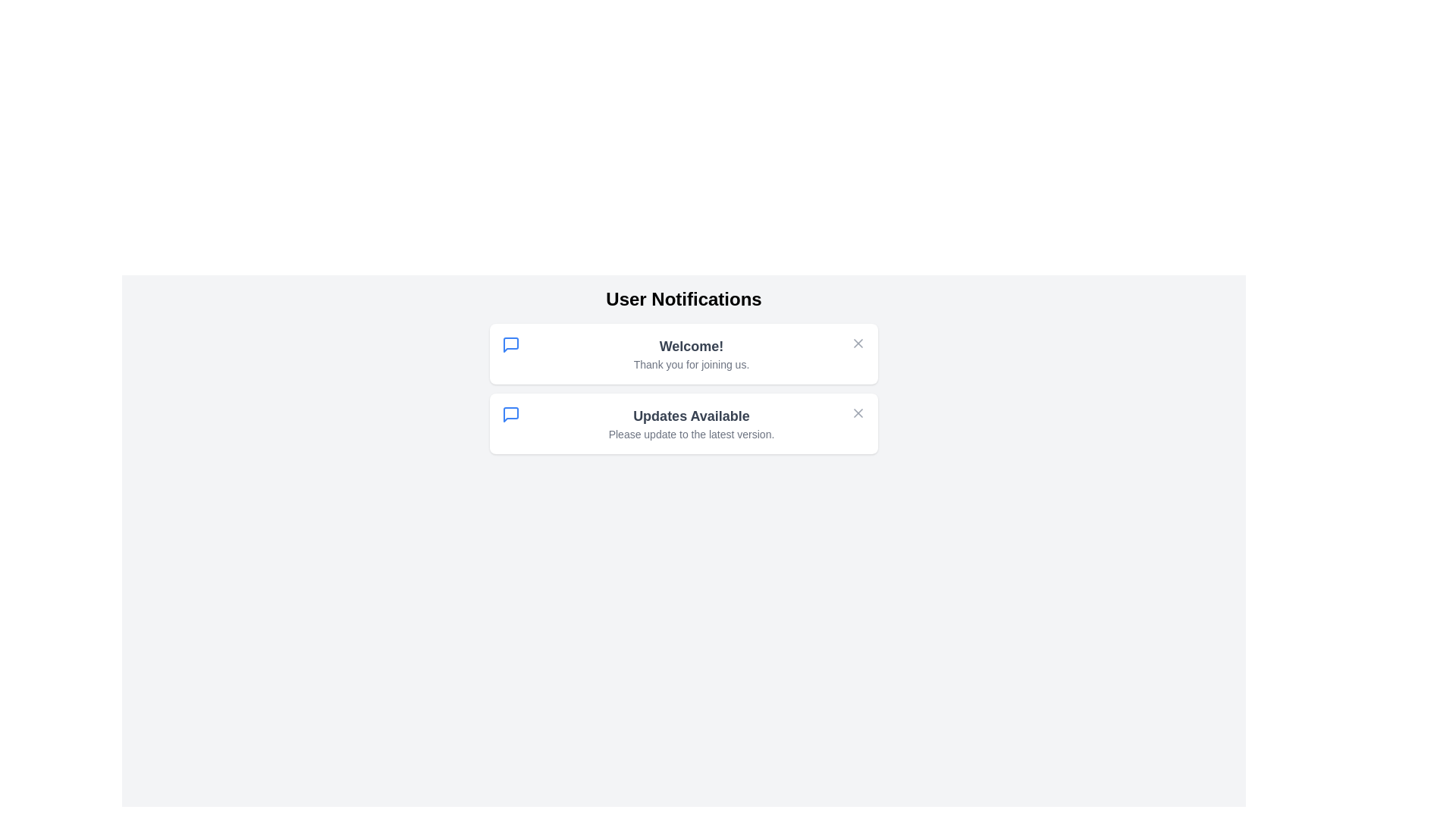 Image resolution: width=1456 pixels, height=819 pixels. Describe the element at coordinates (858, 343) in the screenshot. I see `the small gray button with an 'X' icon located in the top-right corner of the 'Welcome!' notification card to change its color to red` at that location.